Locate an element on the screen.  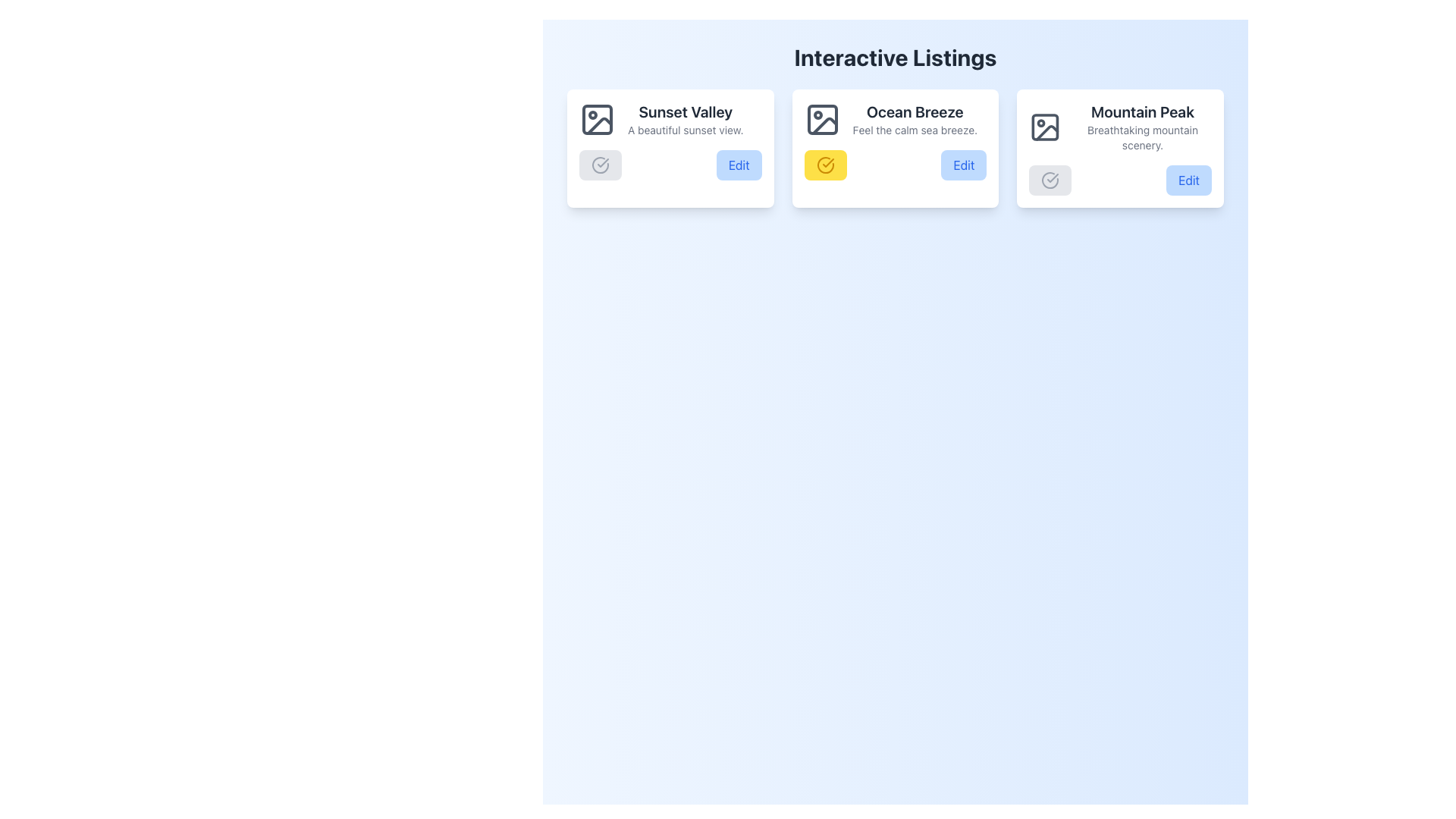
the checkmark icon located within the yellow circular badge in the bottom-left corner of the 'Ocean Breeze' card is located at coordinates (827, 163).